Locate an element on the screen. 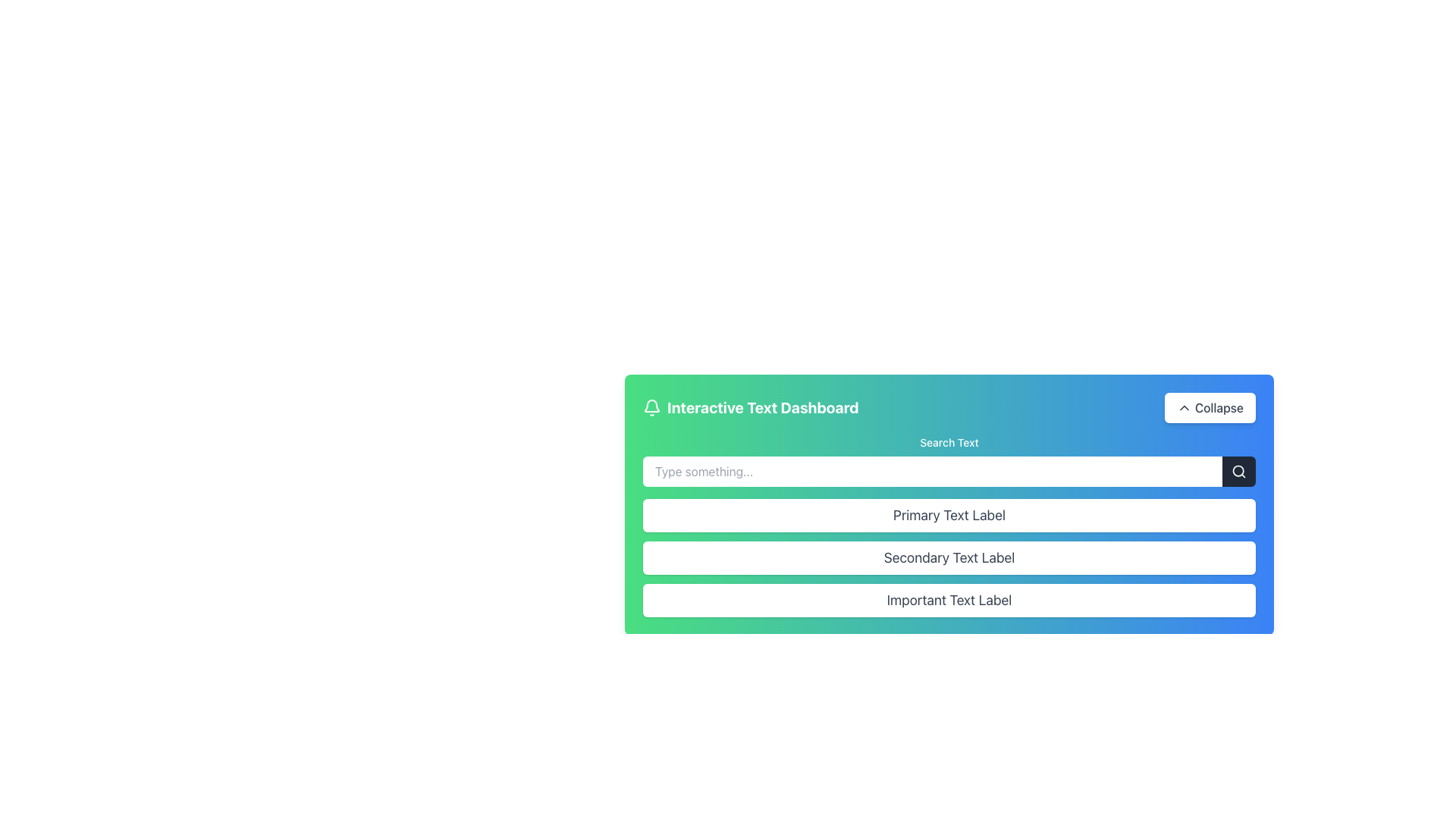  the static label that provides descriptive information, positioned as the second item in a vertical group of three labels, located below 'Primary Text Label' and above 'Important Text Label' is located at coordinates (949, 558).